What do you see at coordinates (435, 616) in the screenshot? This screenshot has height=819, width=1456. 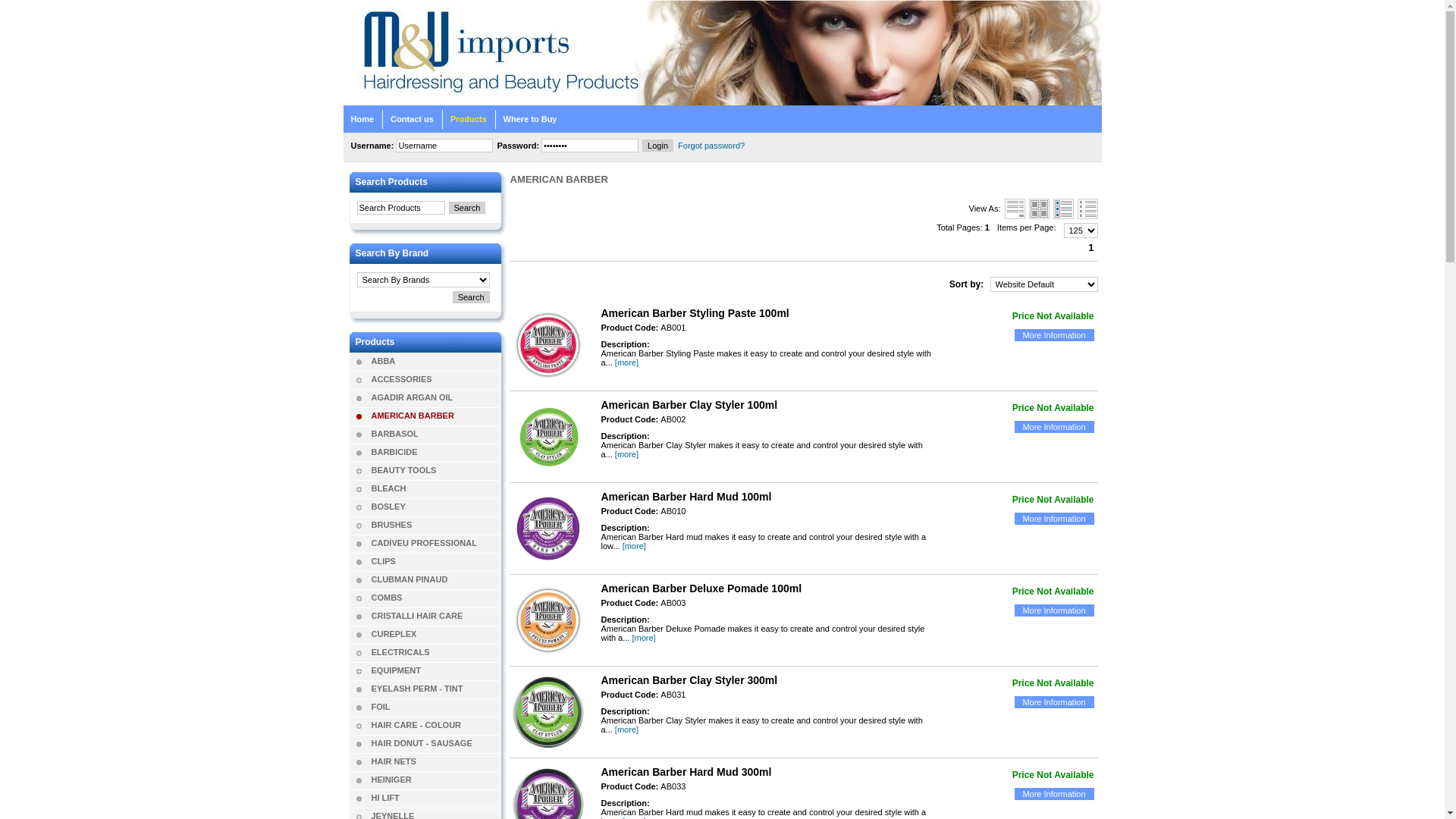 I see `'CRISTALLI HAIR CARE'` at bounding box center [435, 616].